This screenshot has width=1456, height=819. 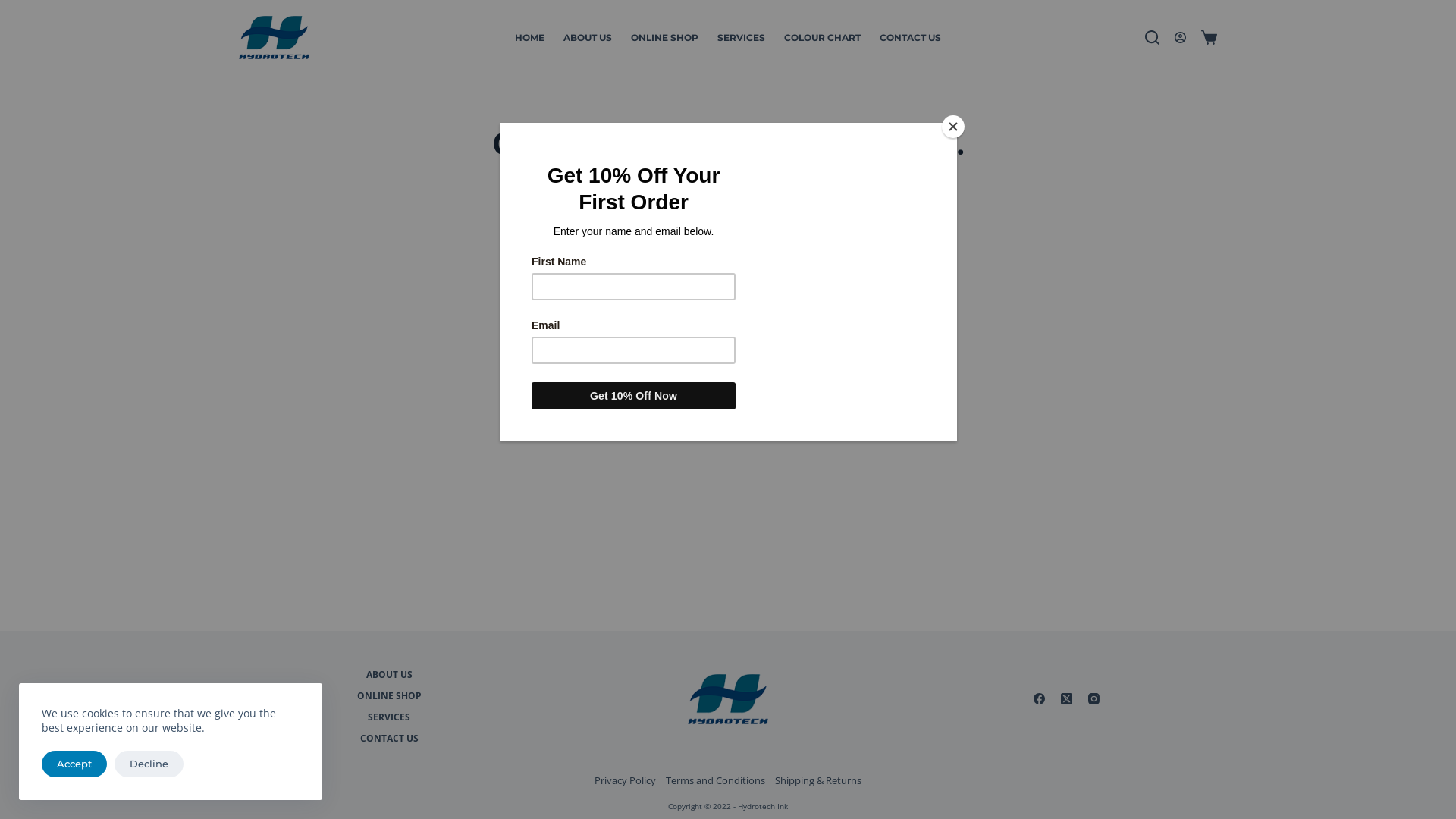 I want to click on 'CONTACT US', so click(x=910, y=36).